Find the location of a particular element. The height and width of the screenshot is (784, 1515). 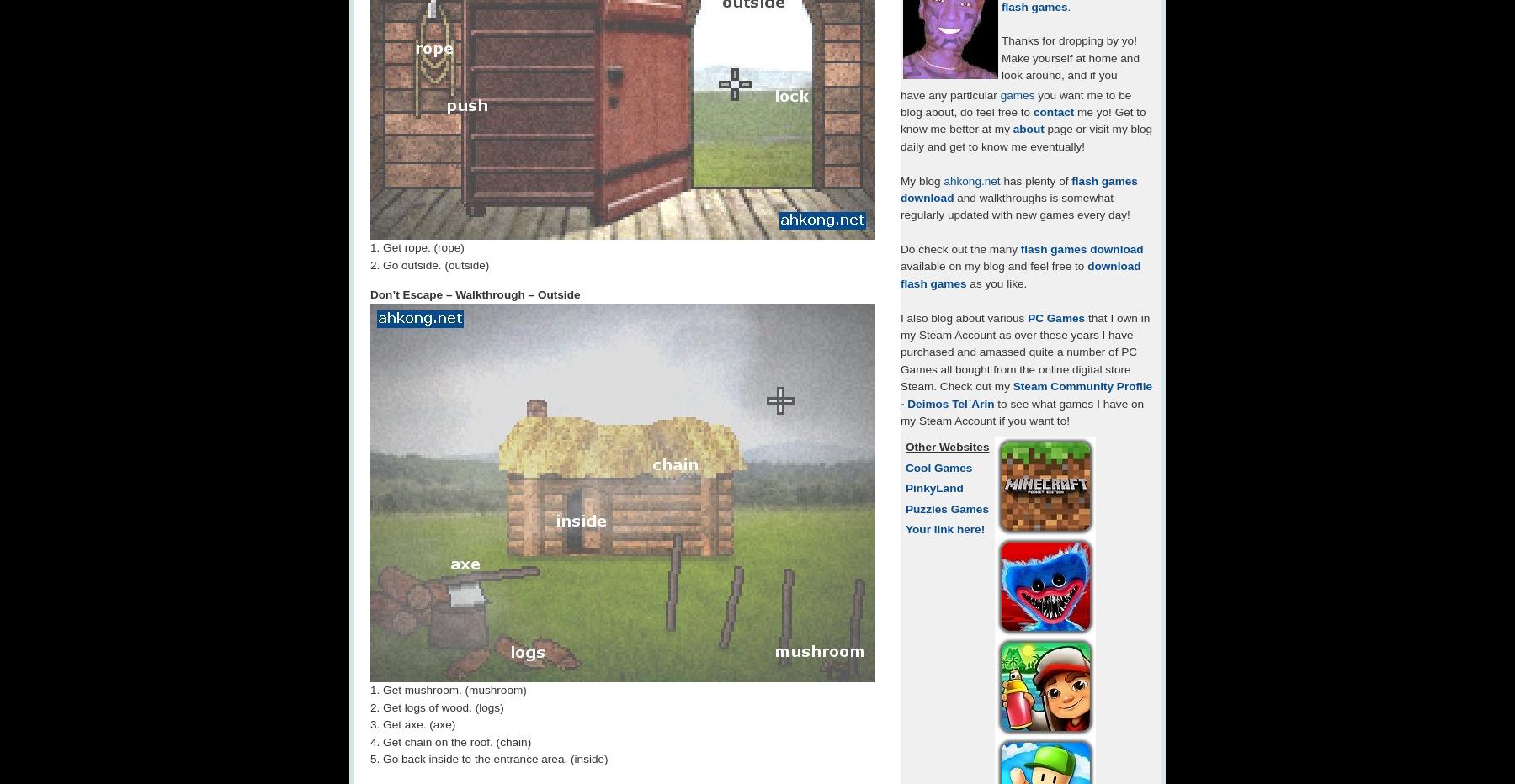

'contact' is located at coordinates (1053, 110).